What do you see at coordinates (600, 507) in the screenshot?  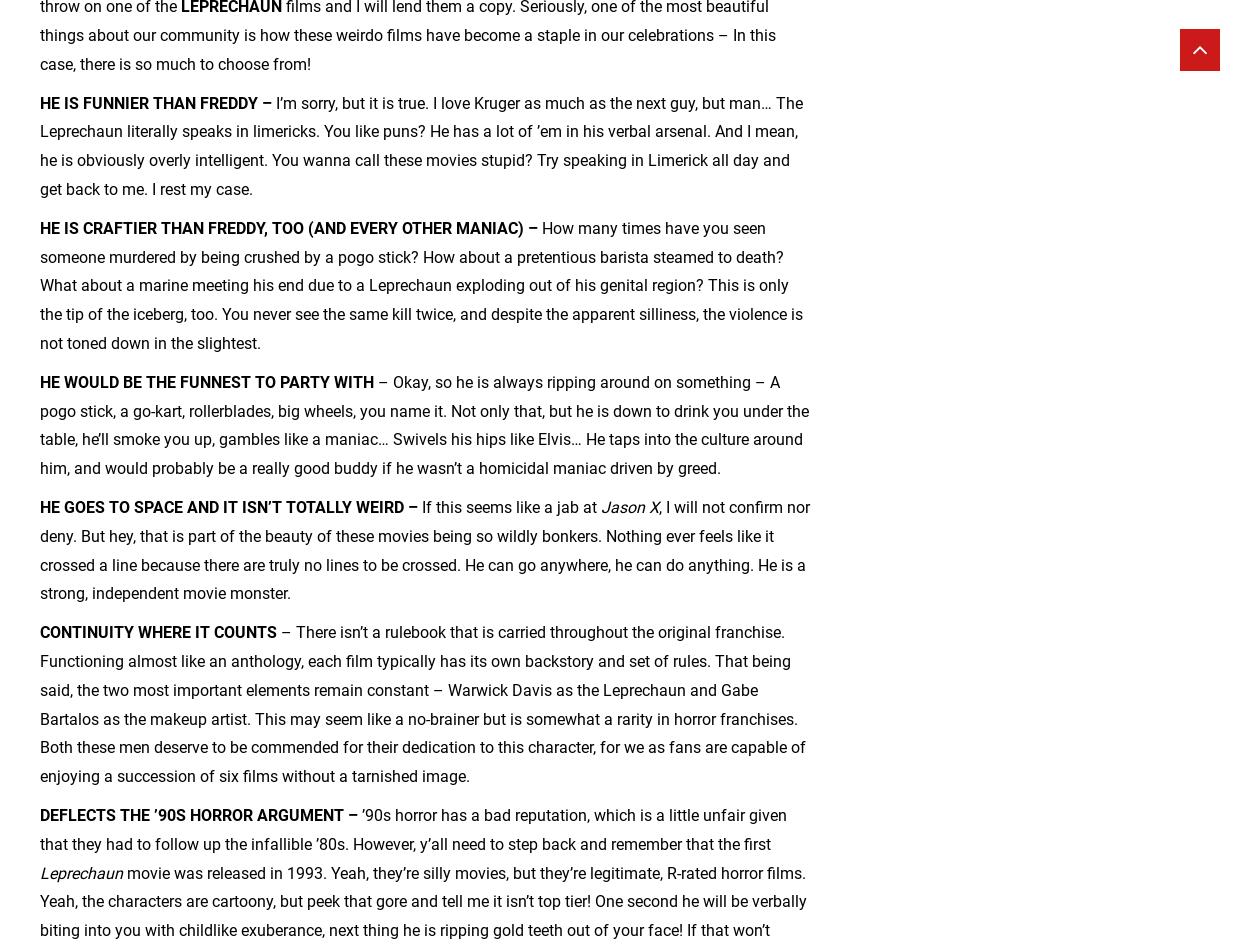 I see `'Jason X'` at bounding box center [600, 507].